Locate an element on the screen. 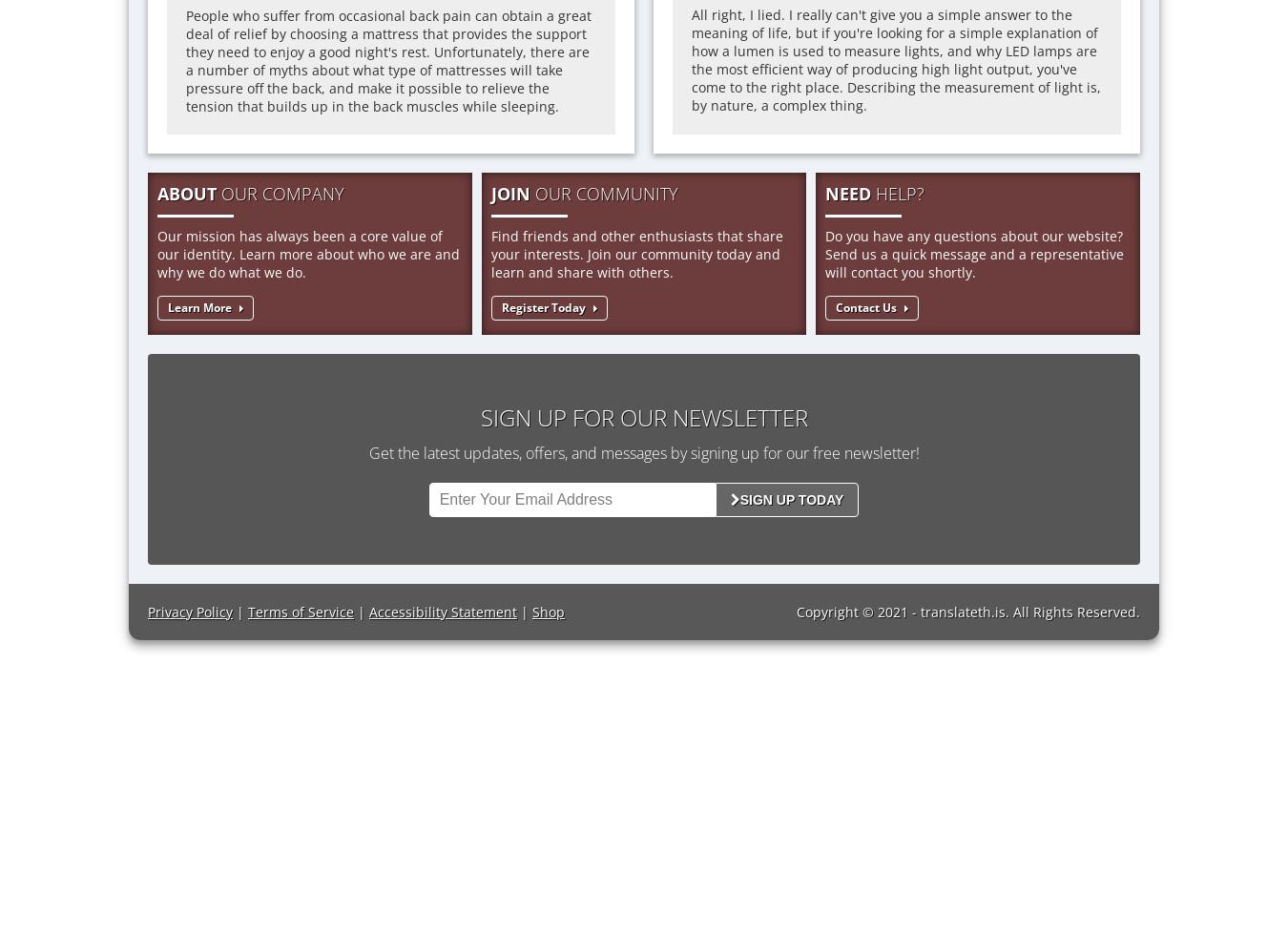 The height and width of the screenshot is (934, 1288). 'About' is located at coordinates (187, 194).